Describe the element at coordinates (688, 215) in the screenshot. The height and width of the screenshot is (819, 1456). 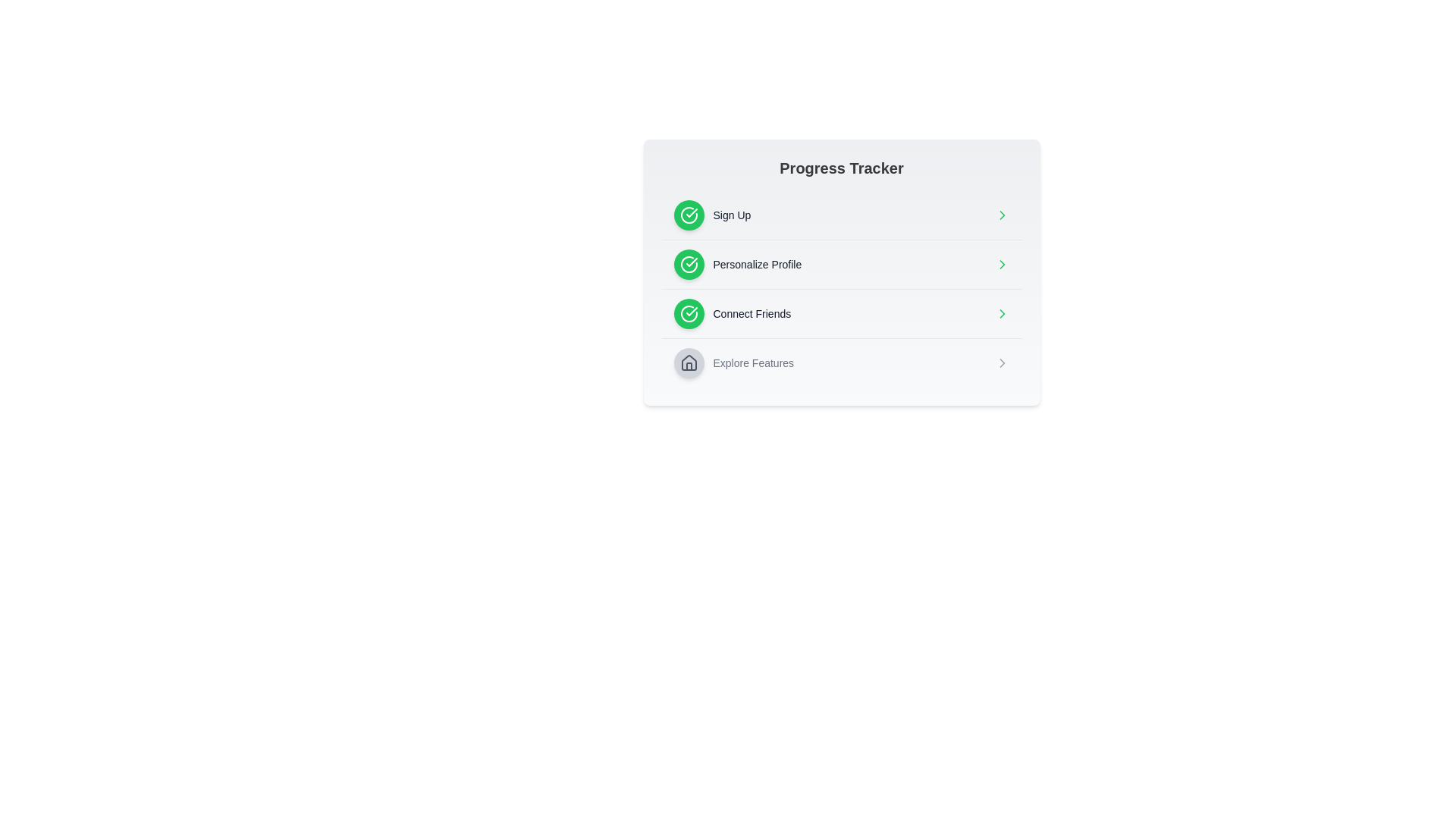
I see `the circular icon with a check mark inside, which is the first icon in the vertical progress tracker list for the 'Sign Up' step` at that location.